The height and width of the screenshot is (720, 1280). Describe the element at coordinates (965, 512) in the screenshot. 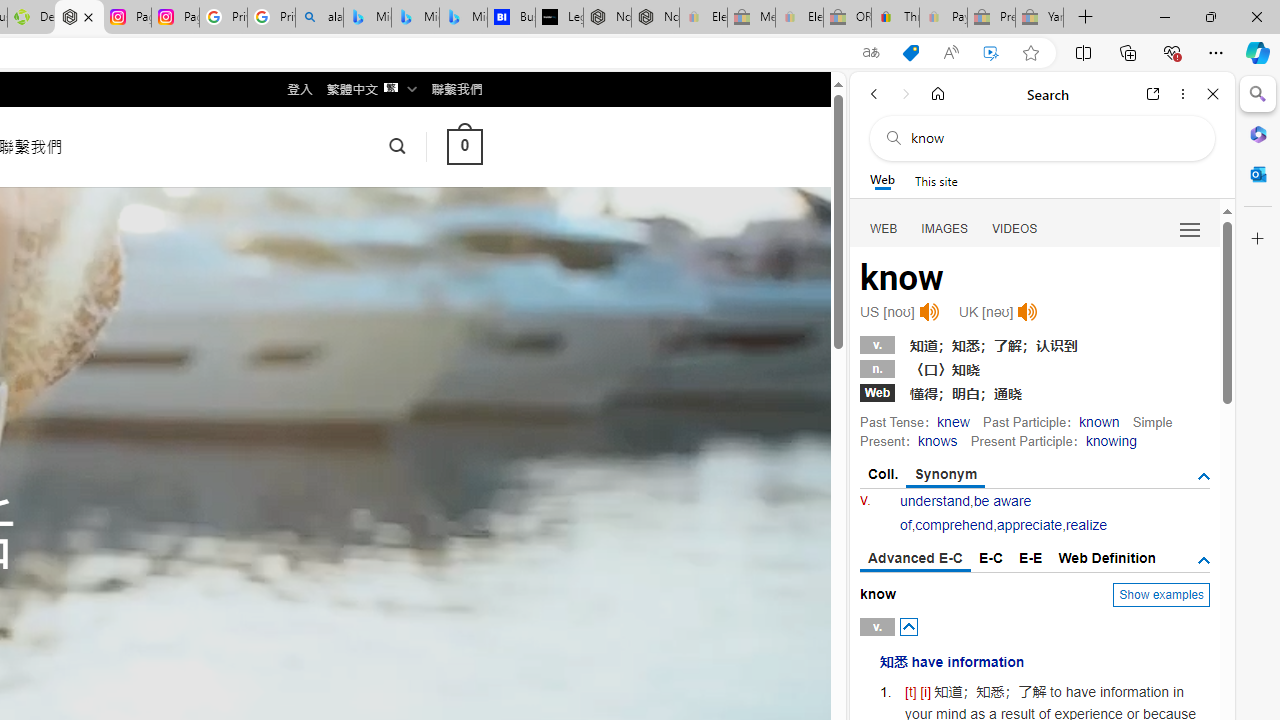

I see `'be aware of'` at that location.